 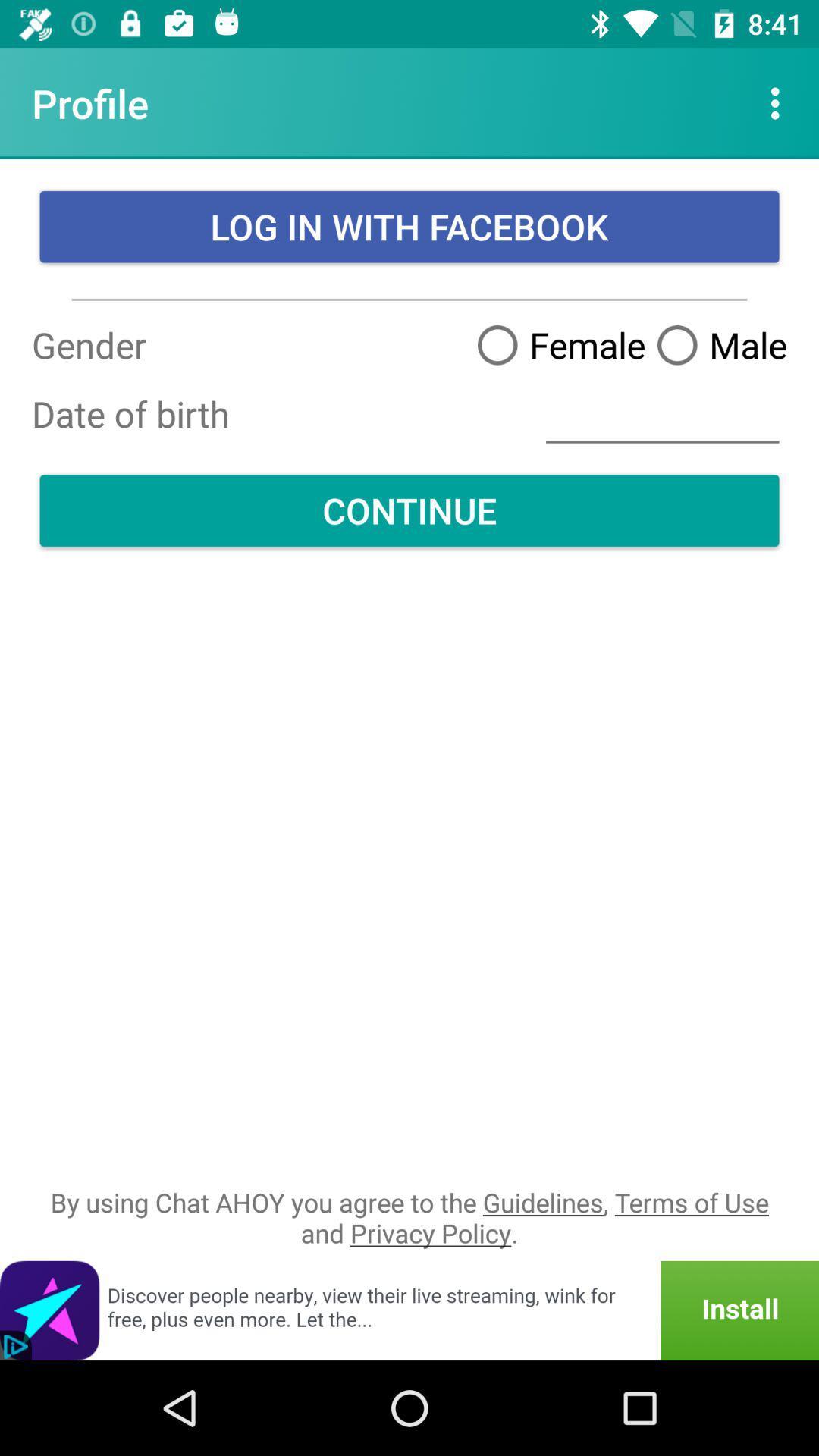 What do you see at coordinates (555, 344) in the screenshot?
I see `the female item` at bounding box center [555, 344].